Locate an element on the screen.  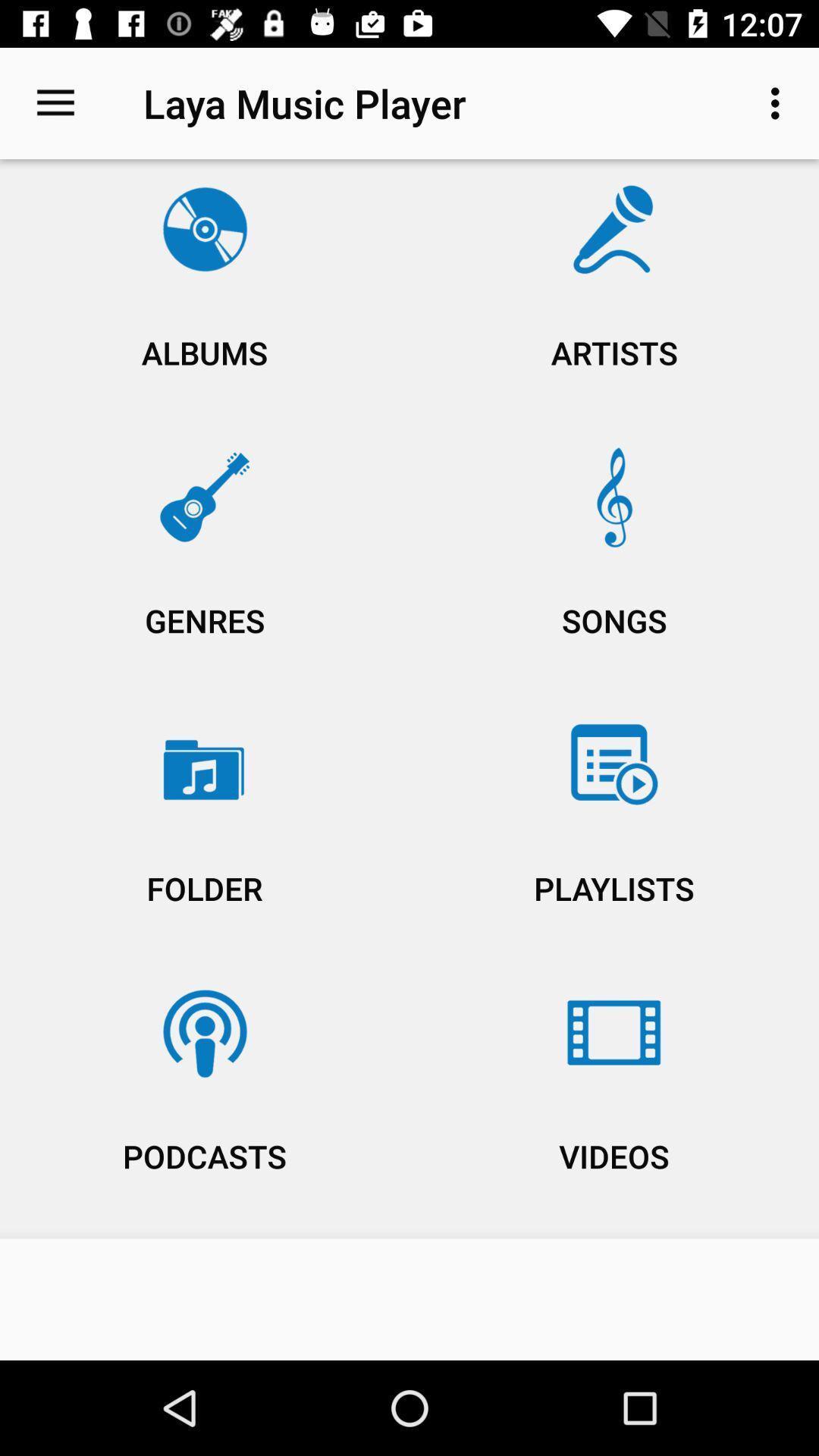
the item above the genres is located at coordinates (614, 297).